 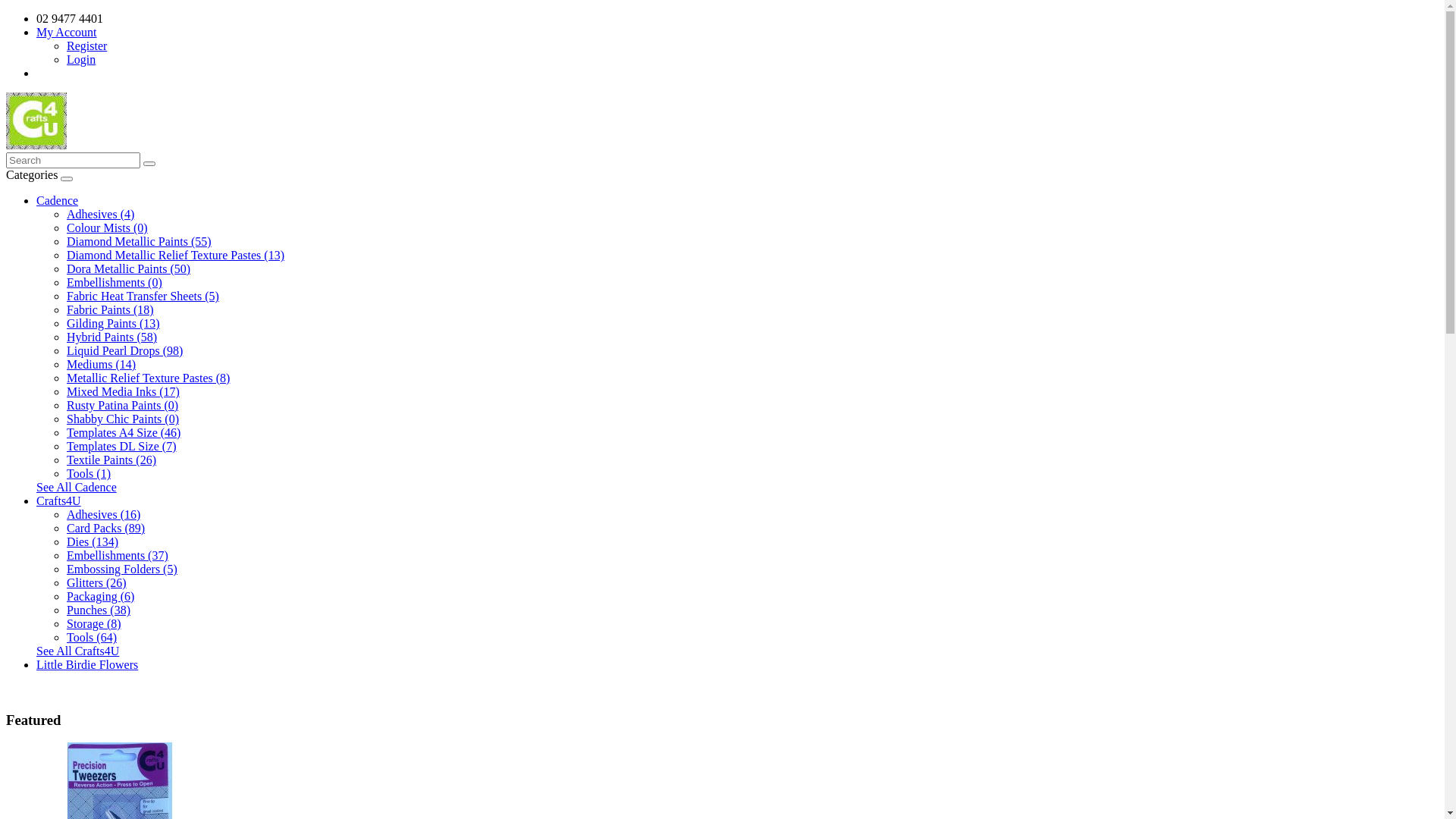 What do you see at coordinates (65, 595) in the screenshot?
I see `'Packaging (6)'` at bounding box center [65, 595].